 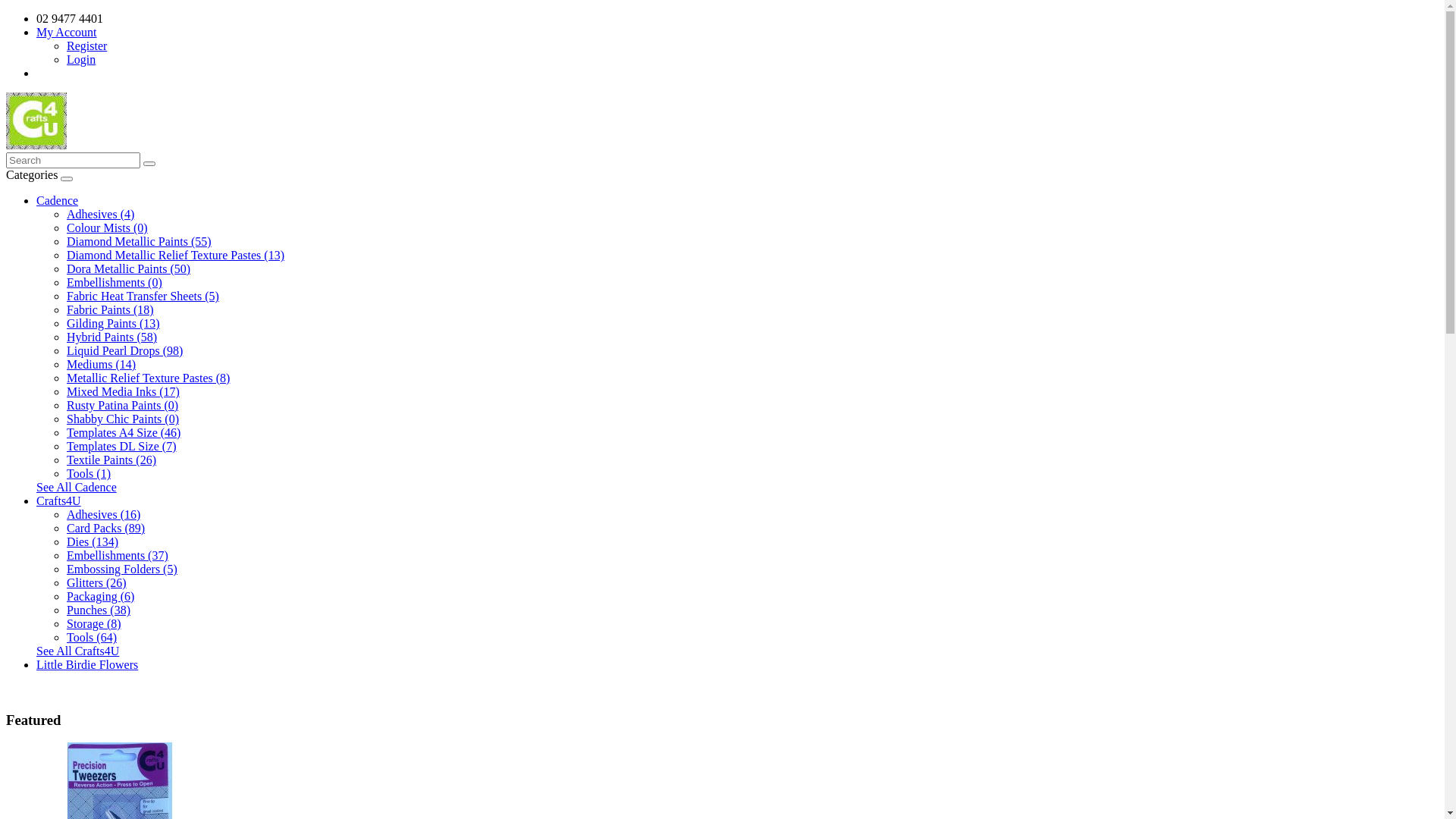 What do you see at coordinates (65, 595) in the screenshot?
I see `'Packaging (6)'` at bounding box center [65, 595].